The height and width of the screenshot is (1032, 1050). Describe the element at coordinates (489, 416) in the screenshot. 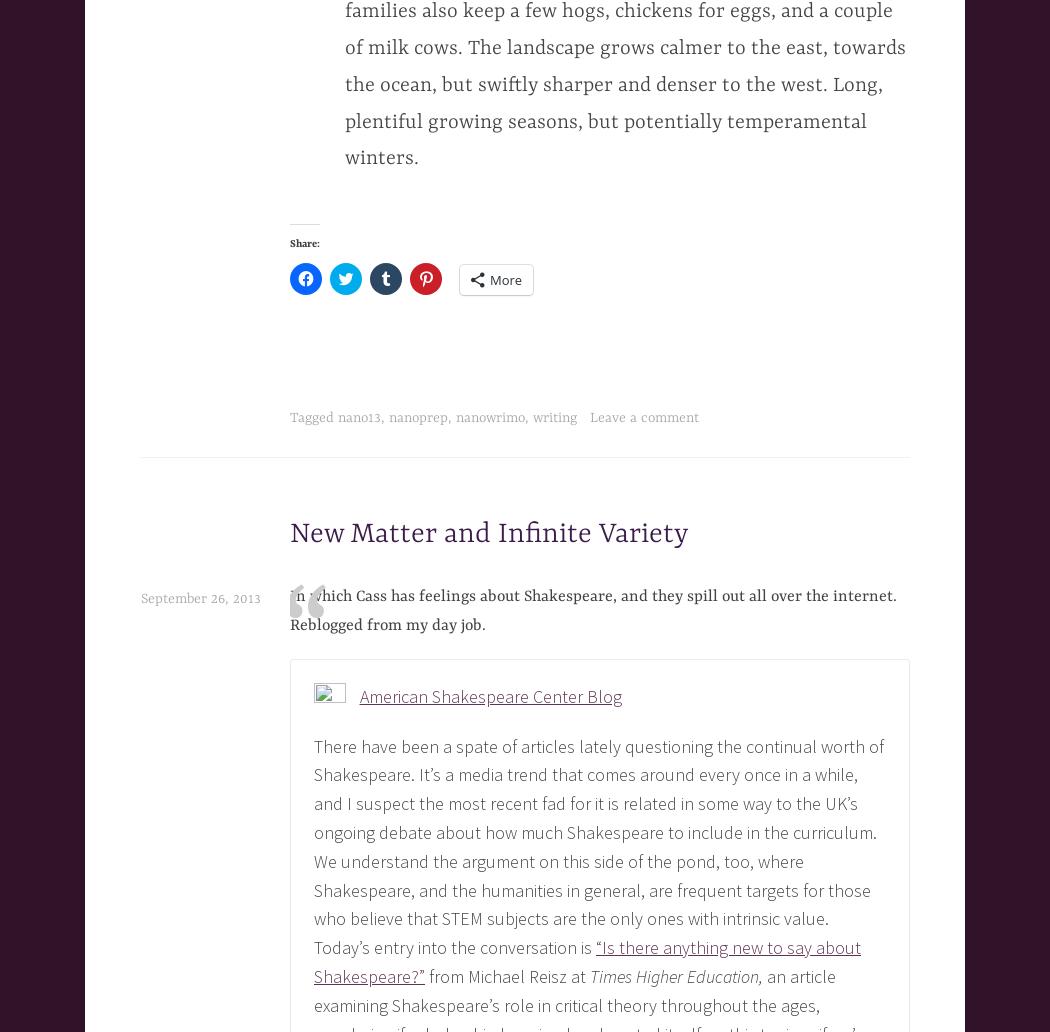

I see `'nanowrimo'` at that location.